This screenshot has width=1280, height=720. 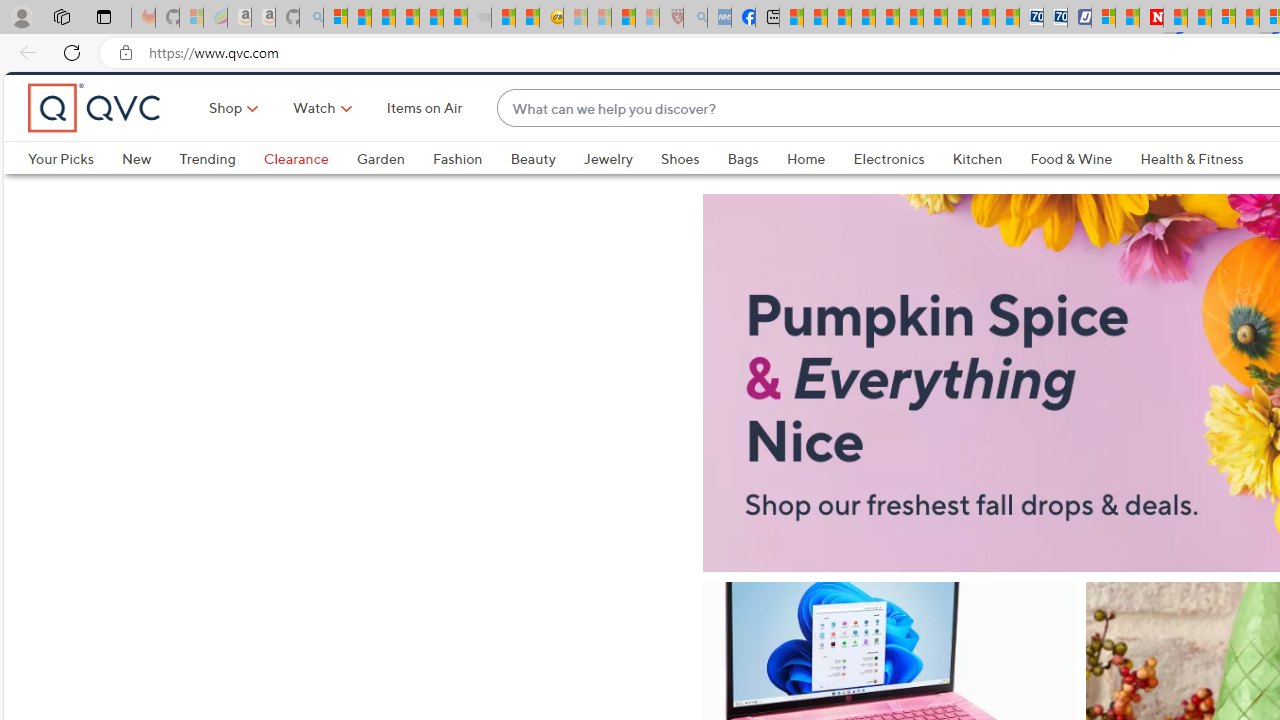 What do you see at coordinates (1197, 192) in the screenshot?
I see `'Health & Fitness'` at bounding box center [1197, 192].